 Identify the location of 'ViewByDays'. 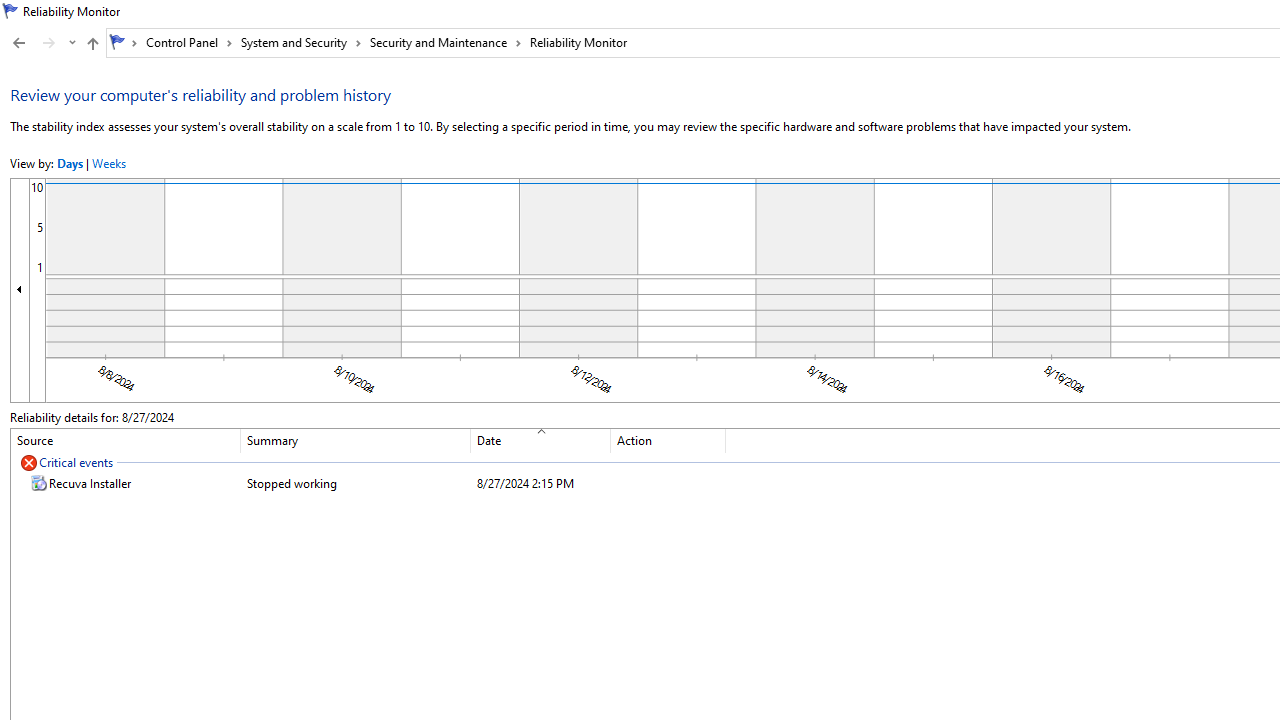
(70, 162).